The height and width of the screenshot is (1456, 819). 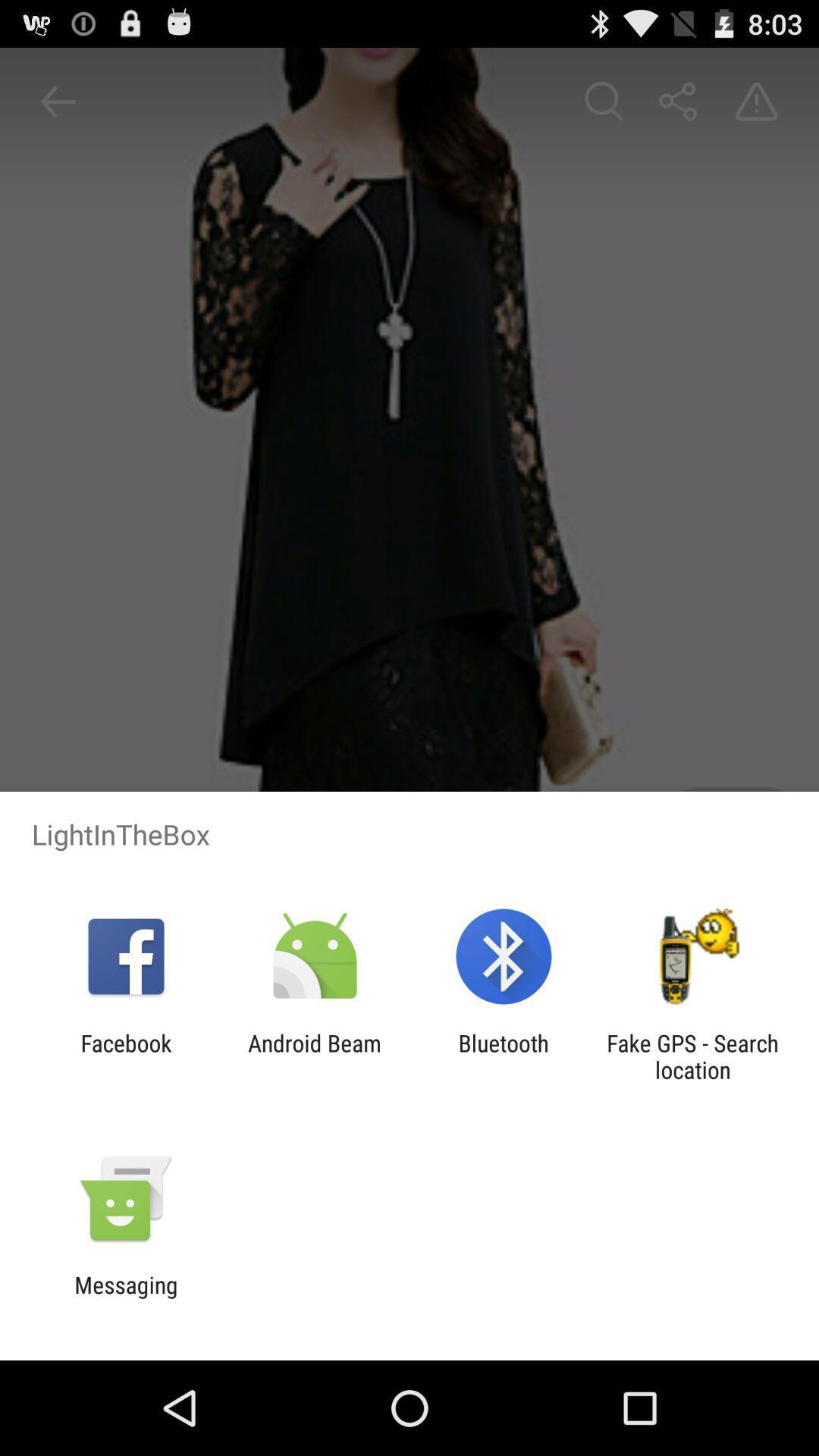 What do you see at coordinates (314, 1056) in the screenshot?
I see `the item to the right of the facebook app` at bounding box center [314, 1056].